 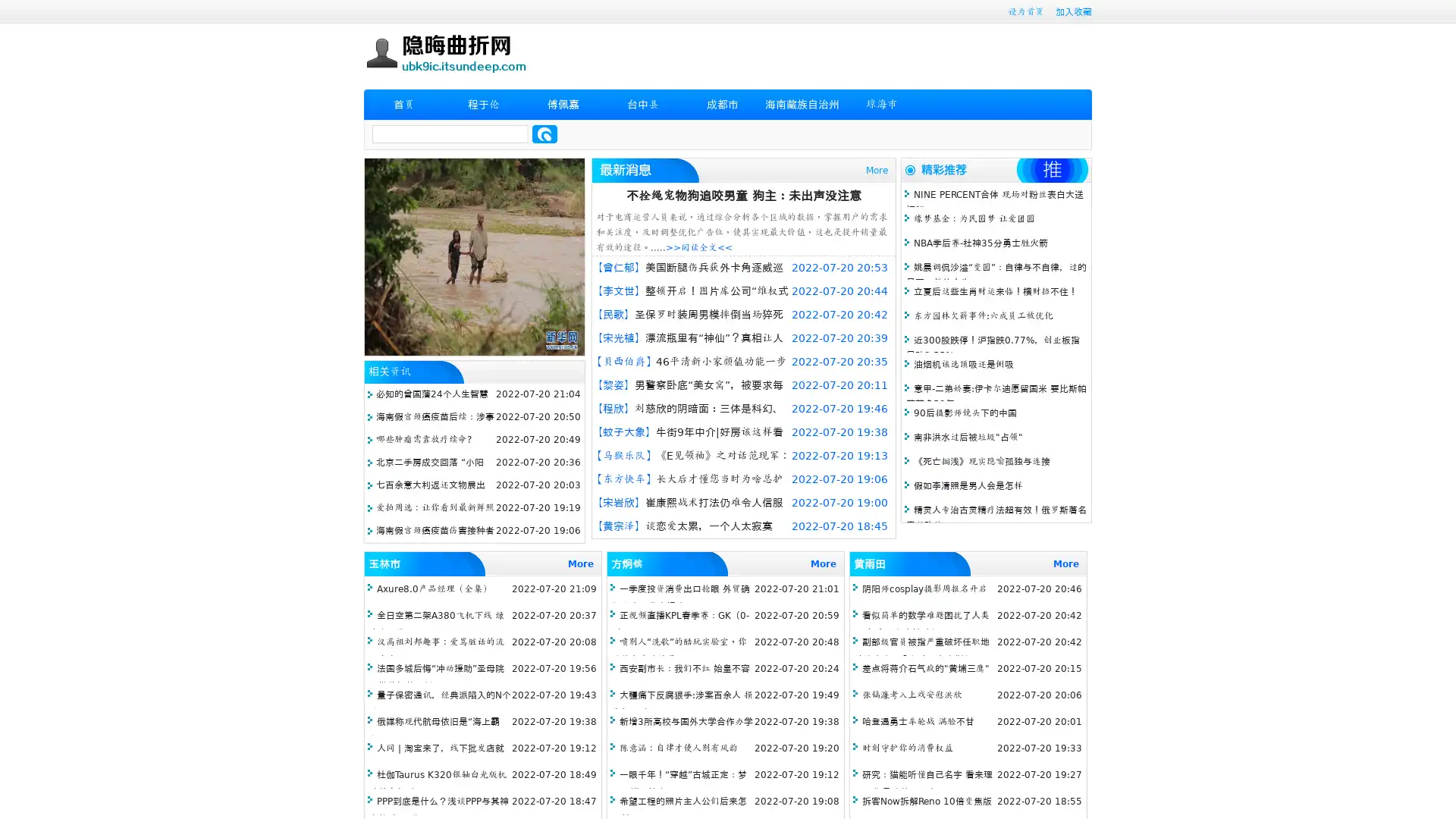 What do you see at coordinates (544, 133) in the screenshot?
I see `Search` at bounding box center [544, 133].